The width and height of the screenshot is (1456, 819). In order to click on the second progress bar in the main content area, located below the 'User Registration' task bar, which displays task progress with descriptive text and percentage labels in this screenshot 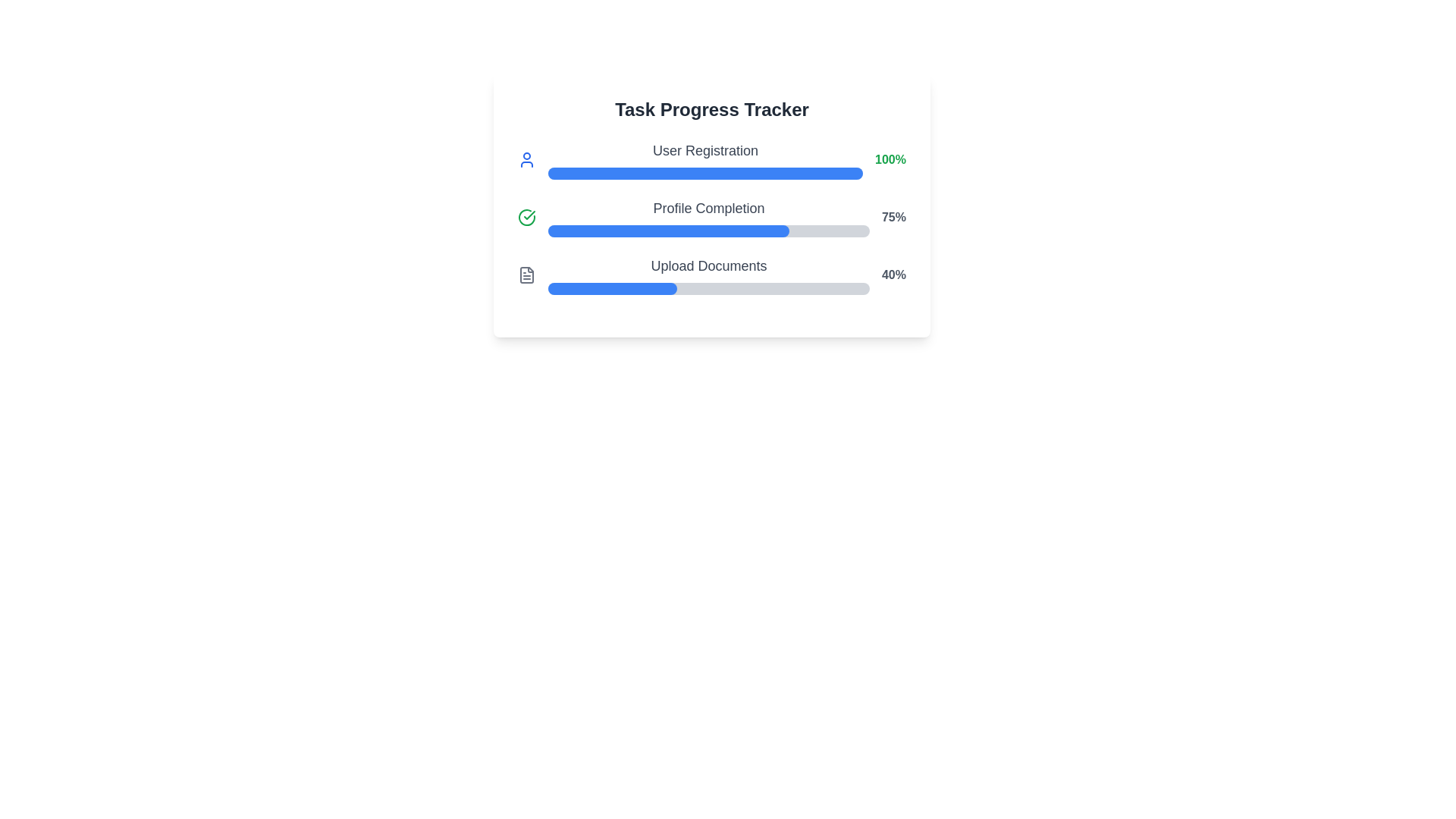, I will do `click(711, 217)`.